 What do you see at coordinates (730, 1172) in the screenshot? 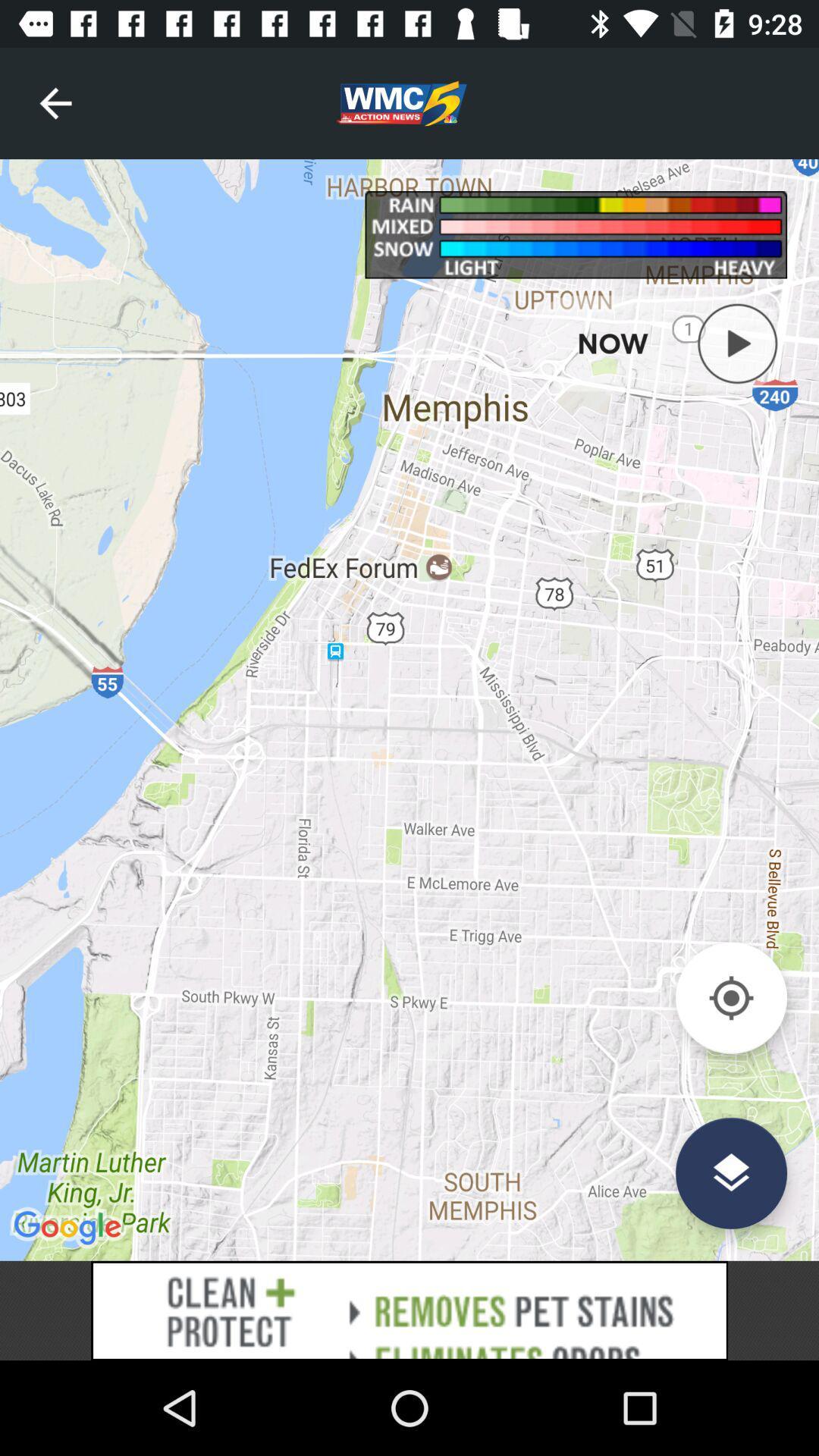
I see `the layers icon` at bounding box center [730, 1172].